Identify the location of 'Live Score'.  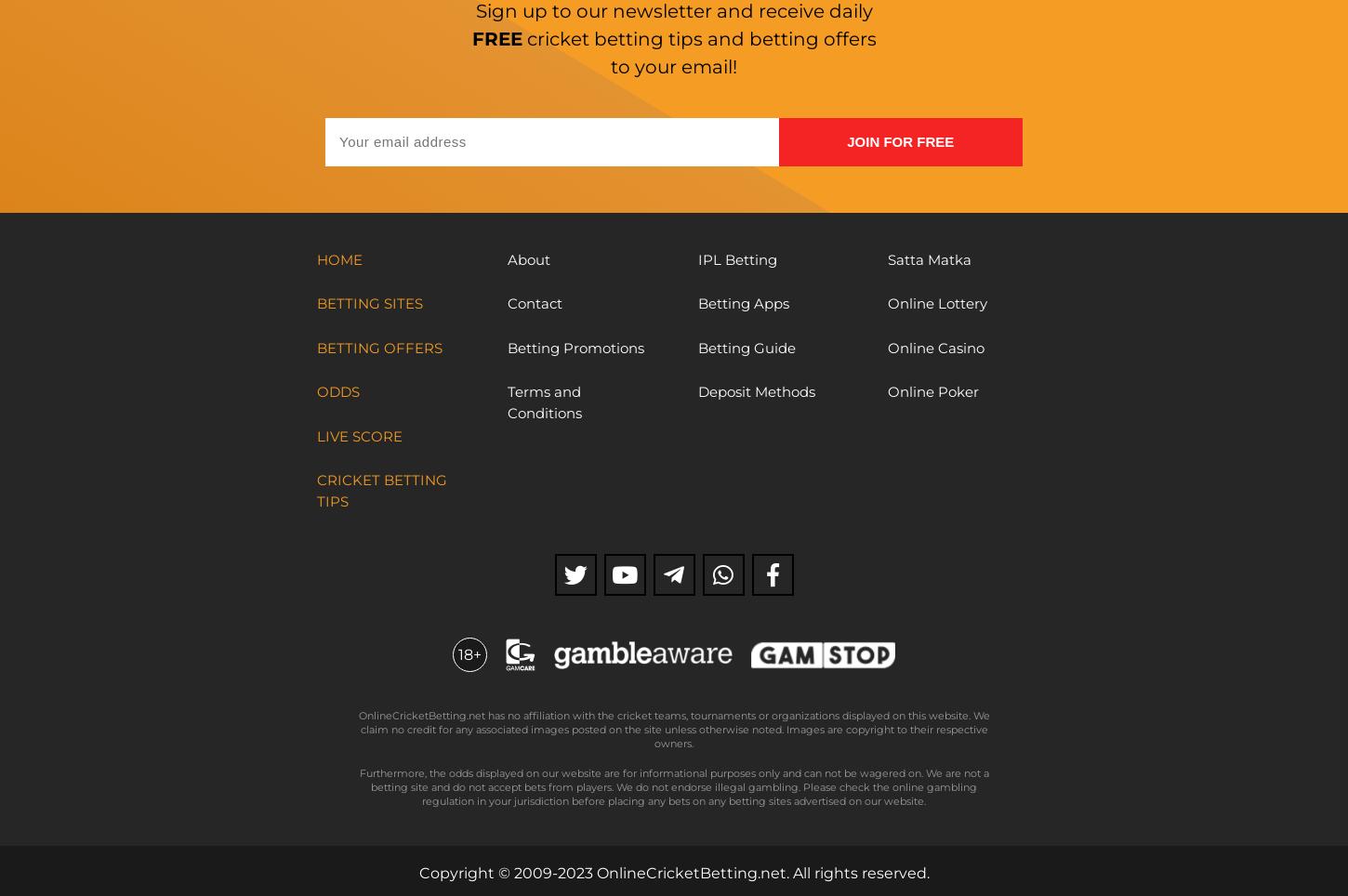
(359, 435).